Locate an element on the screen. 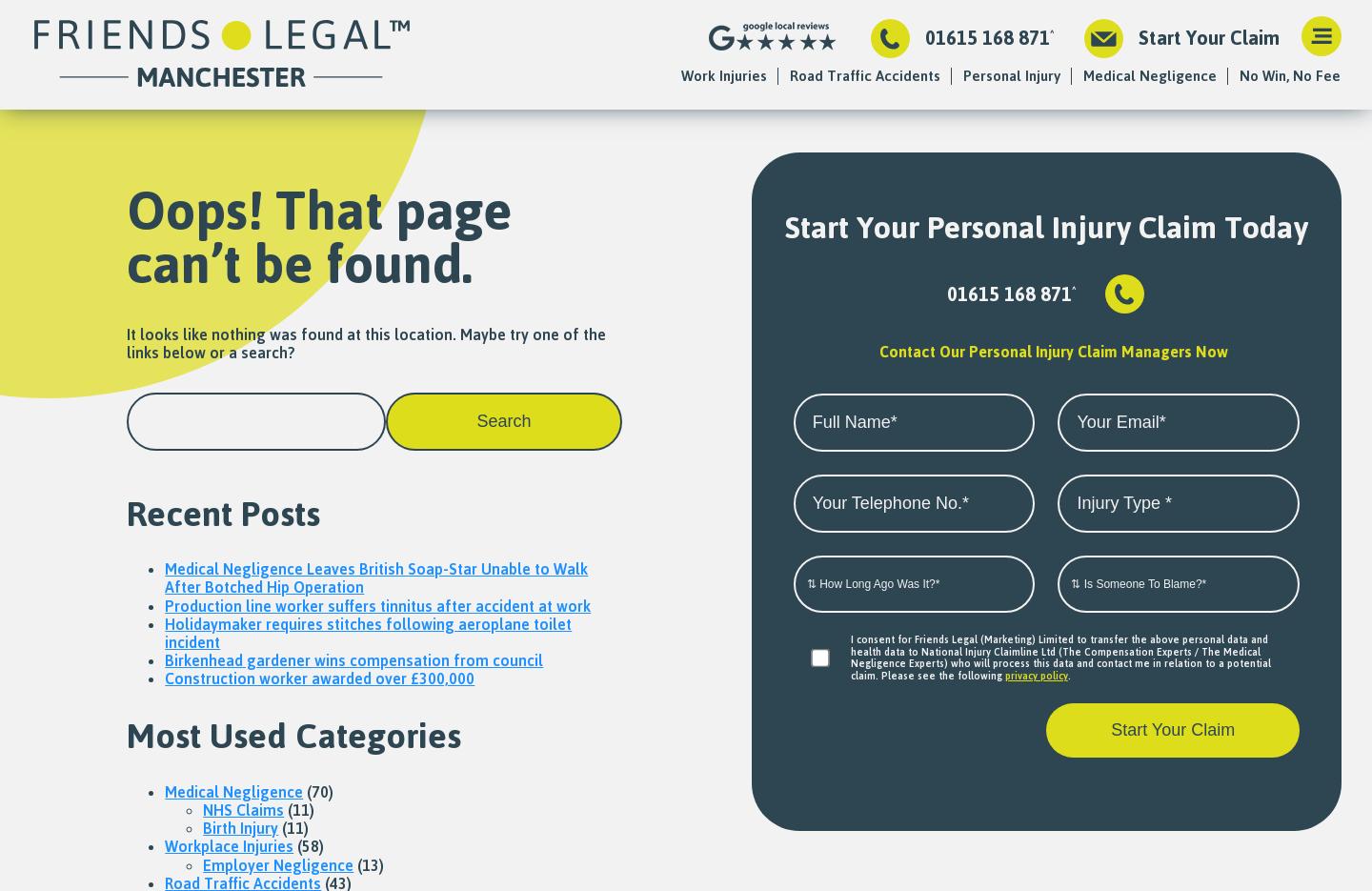  'Arm Injury' is located at coordinates (995, 389).